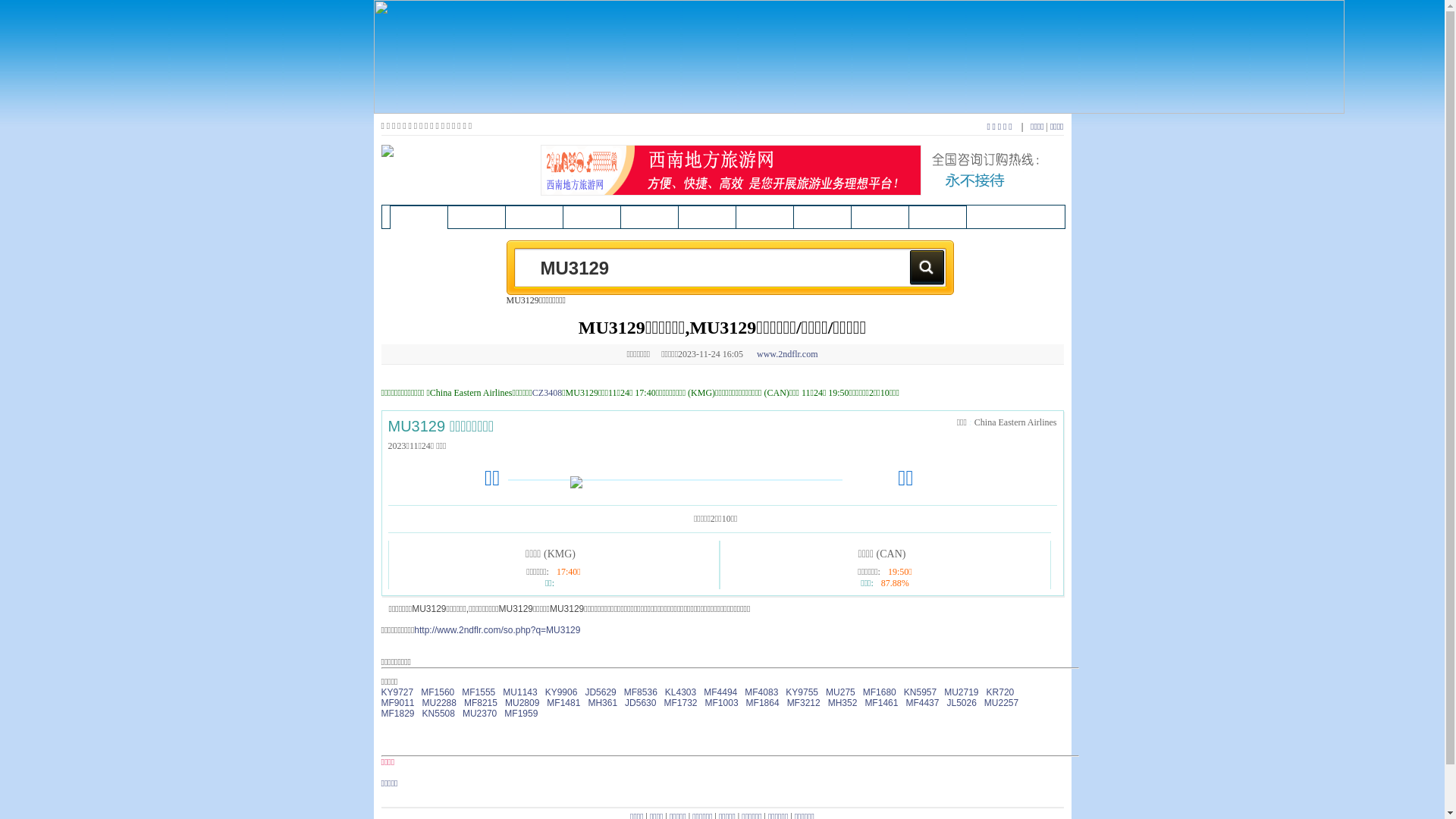  What do you see at coordinates (546, 391) in the screenshot?
I see `'CZ3408'` at bounding box center [546, 391].